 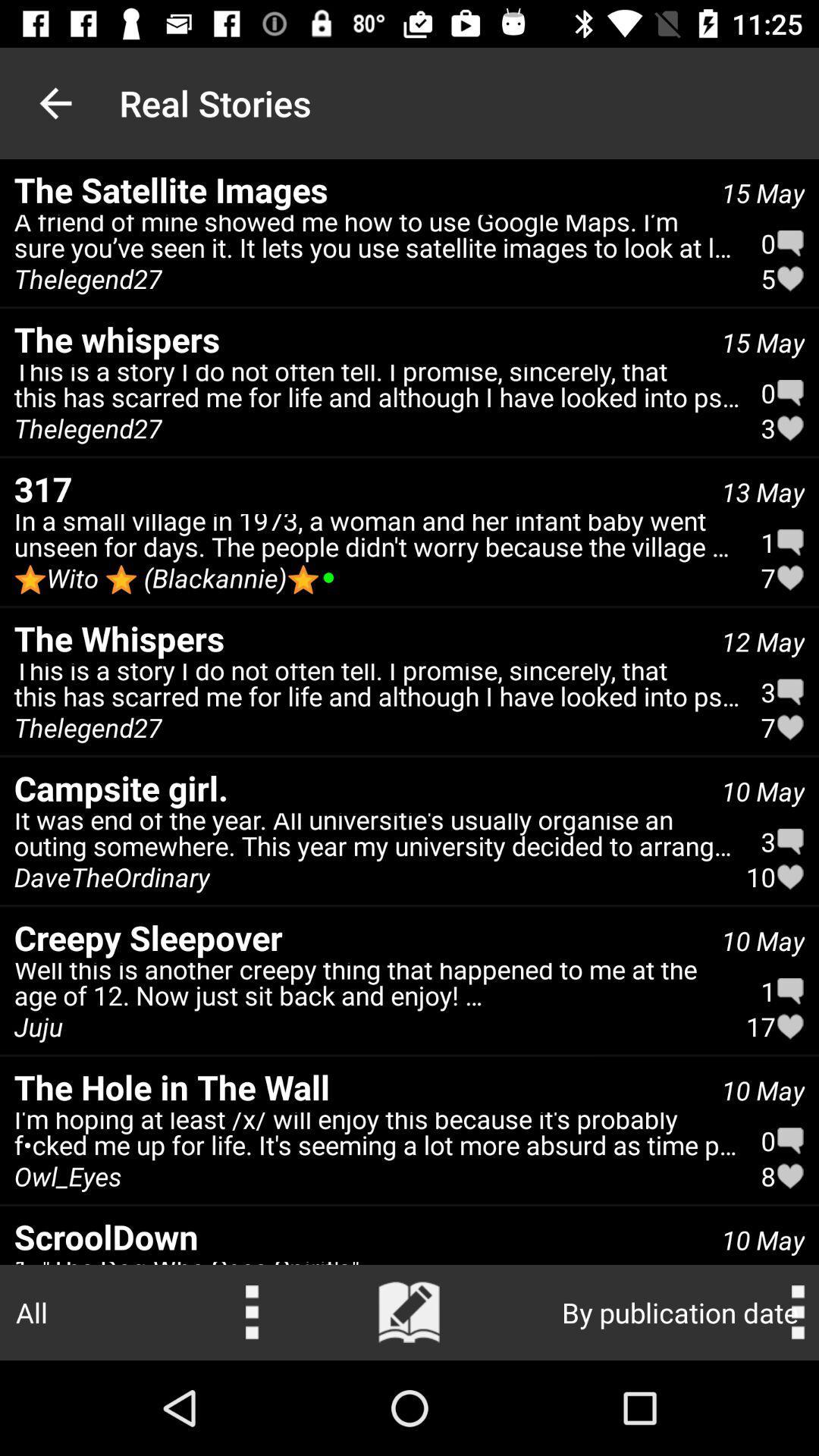 I want to click on escrever uma nova histria, so click(x=409, y=1312).